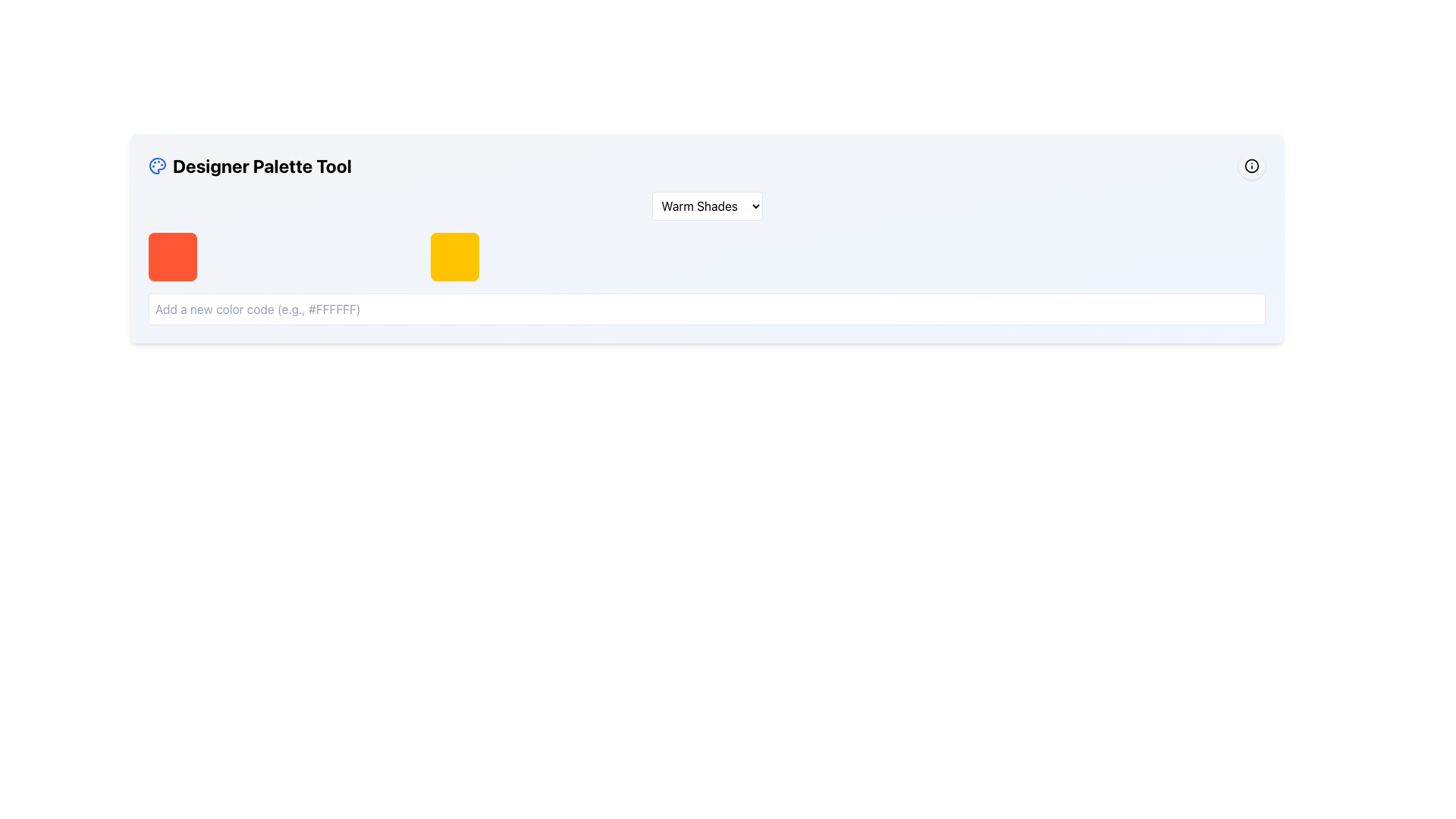  I want to click on the hollow circle in the upper-right corner of the interface, which is part of the tooltip symbol, so click(1252, 166).